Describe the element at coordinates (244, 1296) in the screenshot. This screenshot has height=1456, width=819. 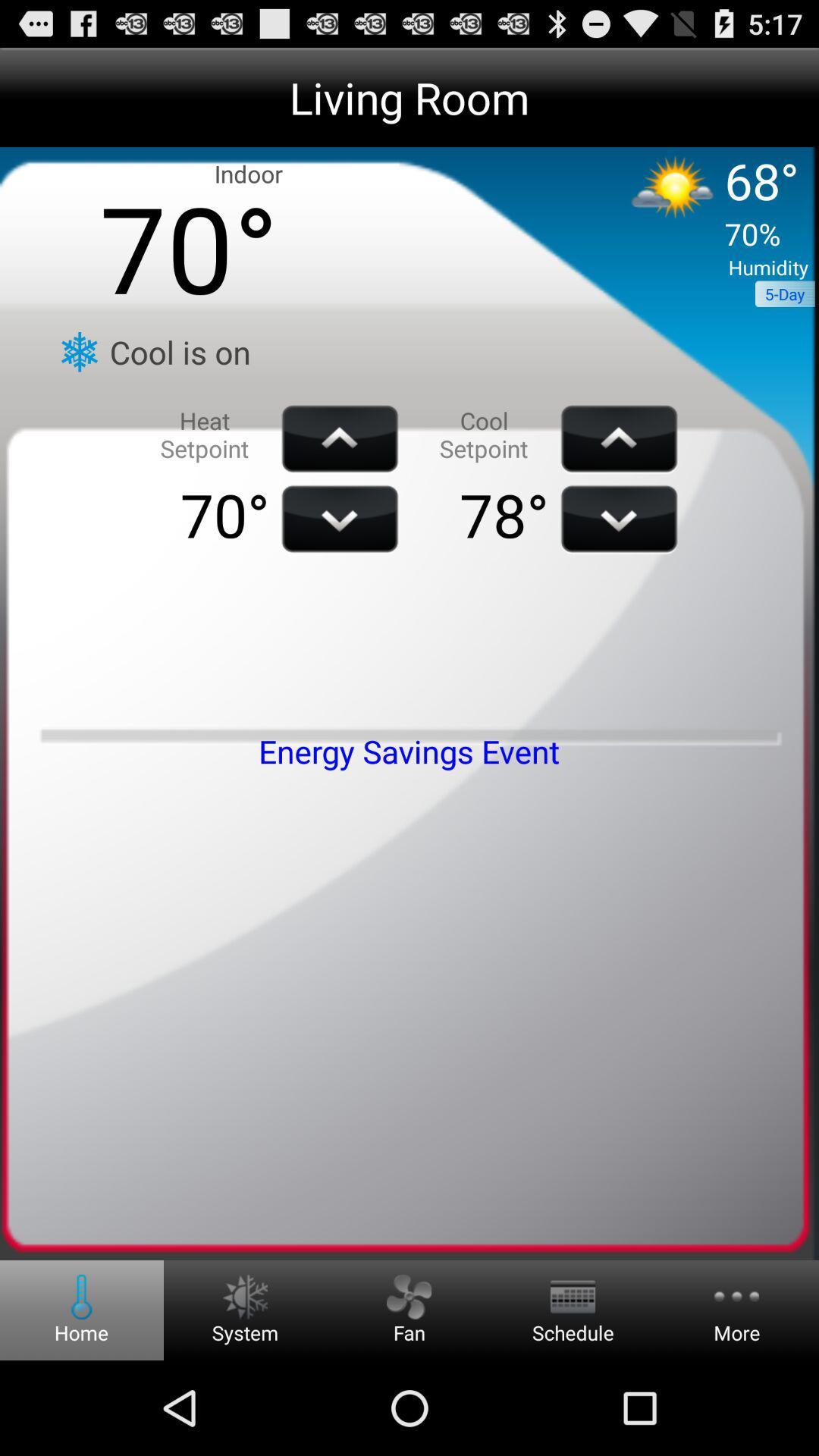
I see `icon above the text called system` at that location.